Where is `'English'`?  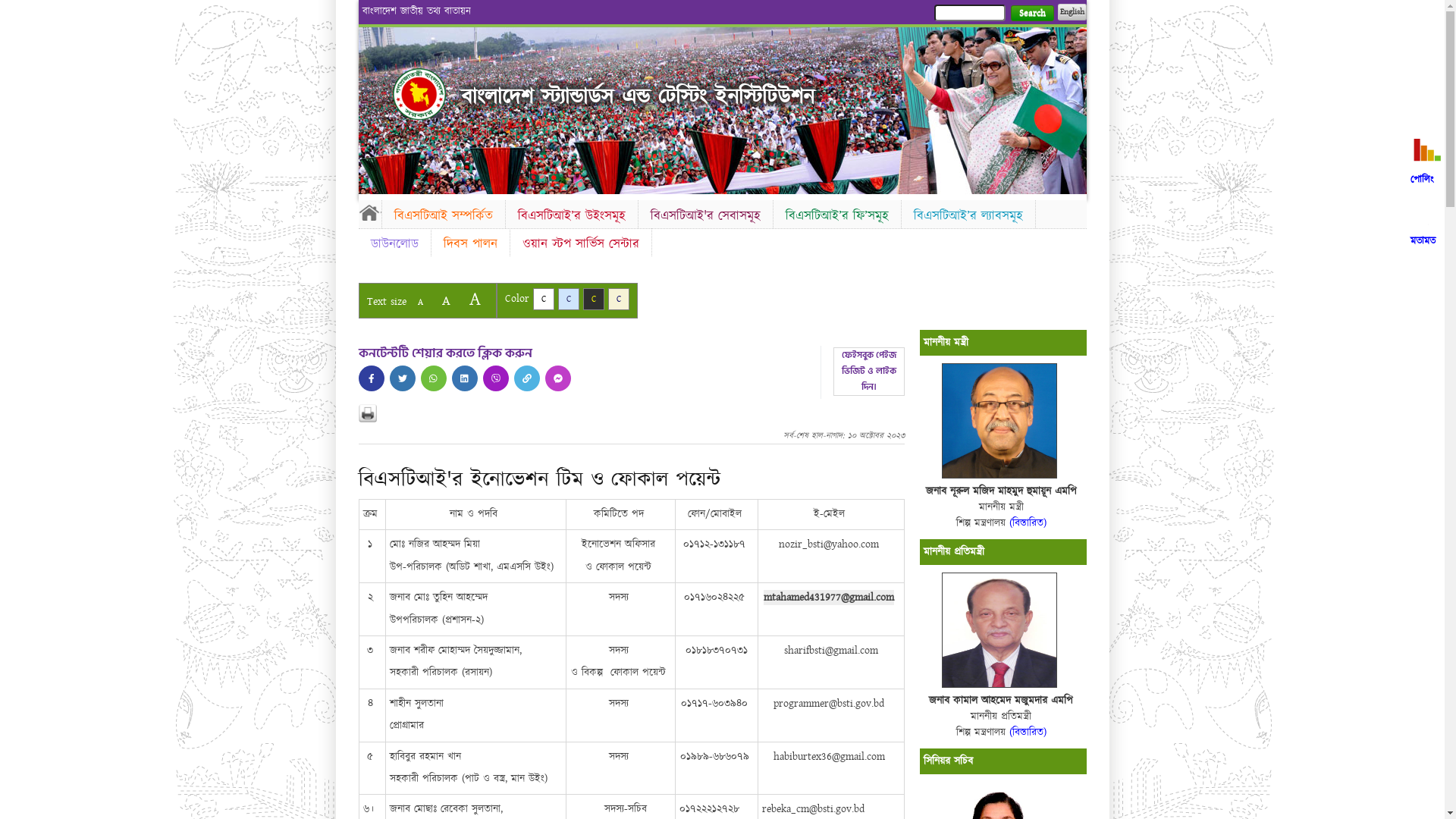
'English' is located at coordinates (1056, 11).